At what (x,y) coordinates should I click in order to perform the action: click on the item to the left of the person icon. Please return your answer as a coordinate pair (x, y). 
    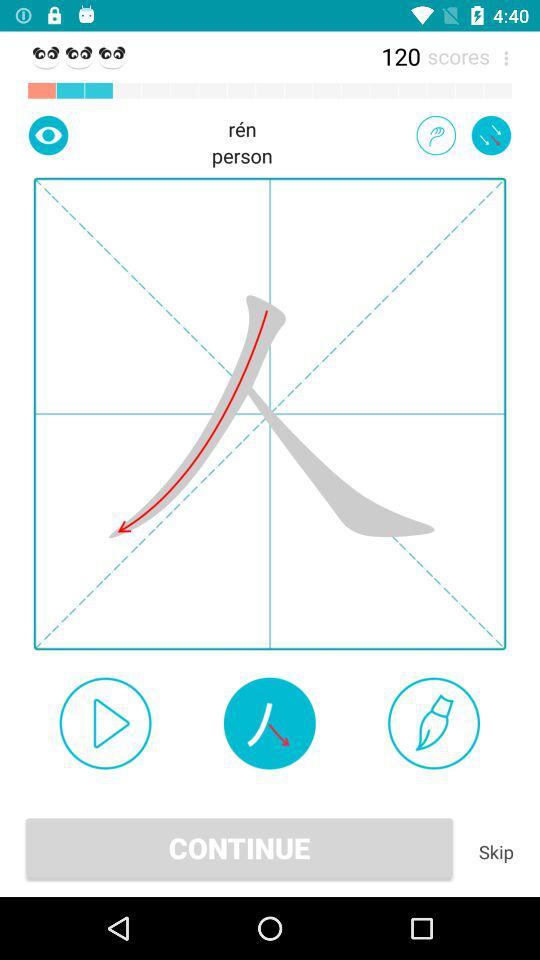
    Looking at the image, I should click on (48, 134).